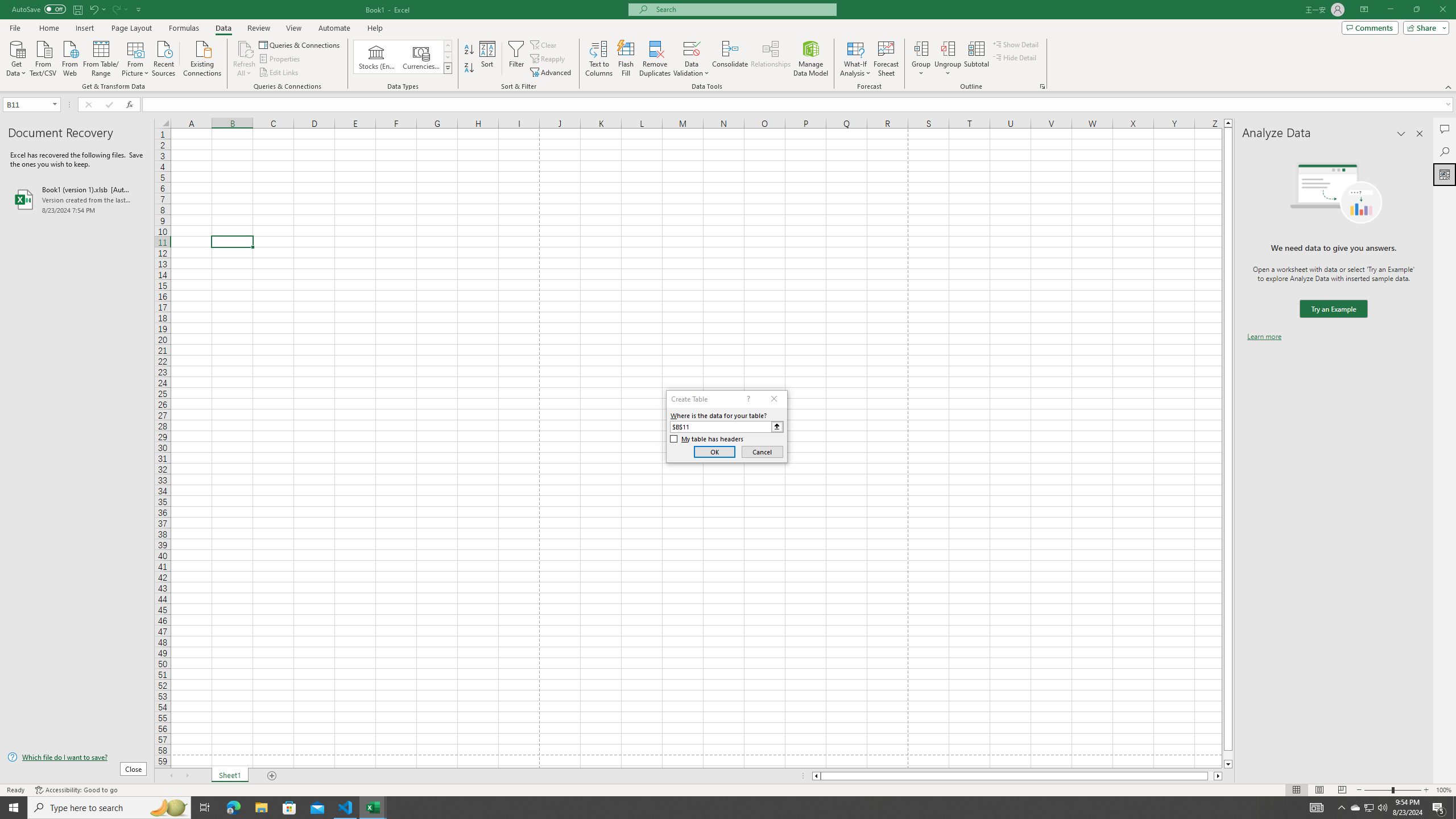 This screenshot has height=819, width=1456. I want to click on 'From Table/Range', so click(100, 57).